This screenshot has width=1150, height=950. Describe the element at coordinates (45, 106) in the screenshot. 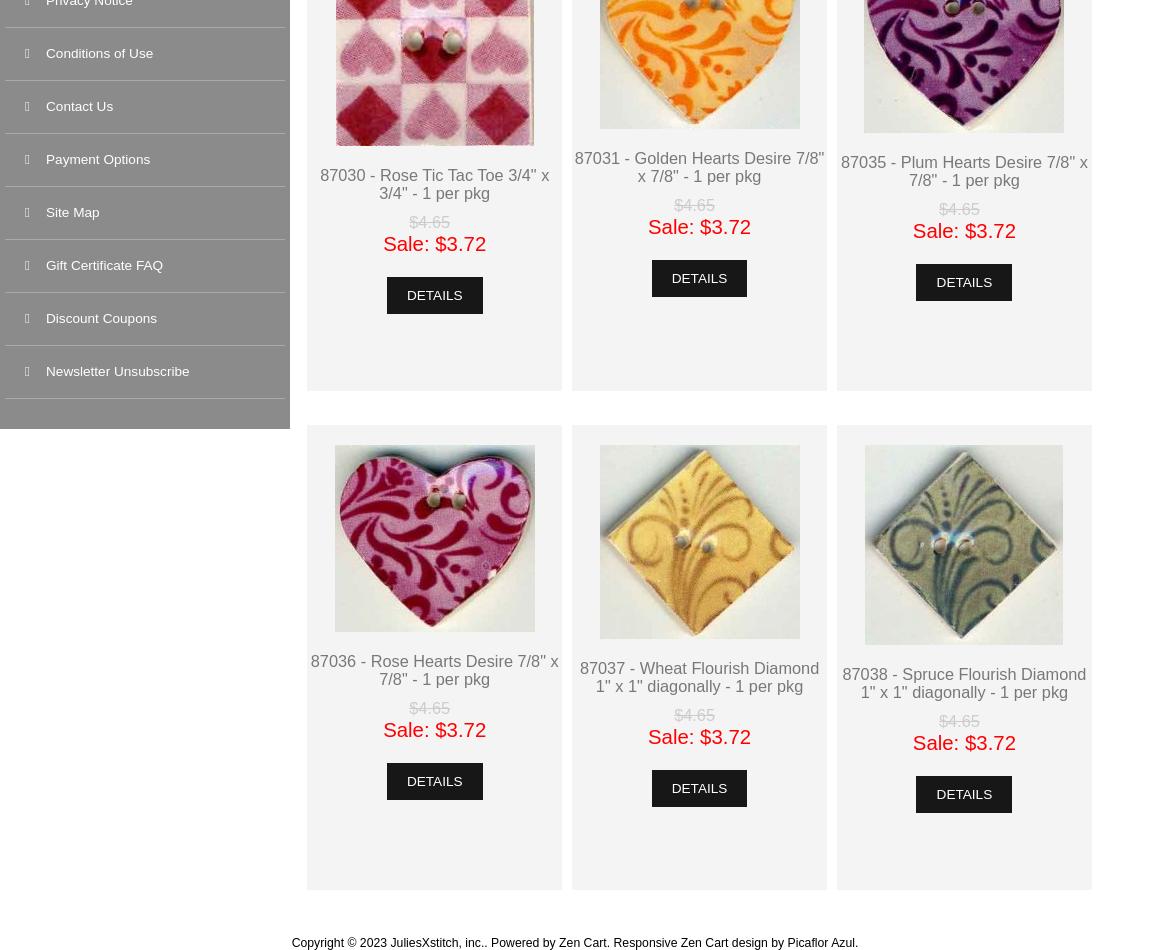

I see `'Contact Us'` at that location.